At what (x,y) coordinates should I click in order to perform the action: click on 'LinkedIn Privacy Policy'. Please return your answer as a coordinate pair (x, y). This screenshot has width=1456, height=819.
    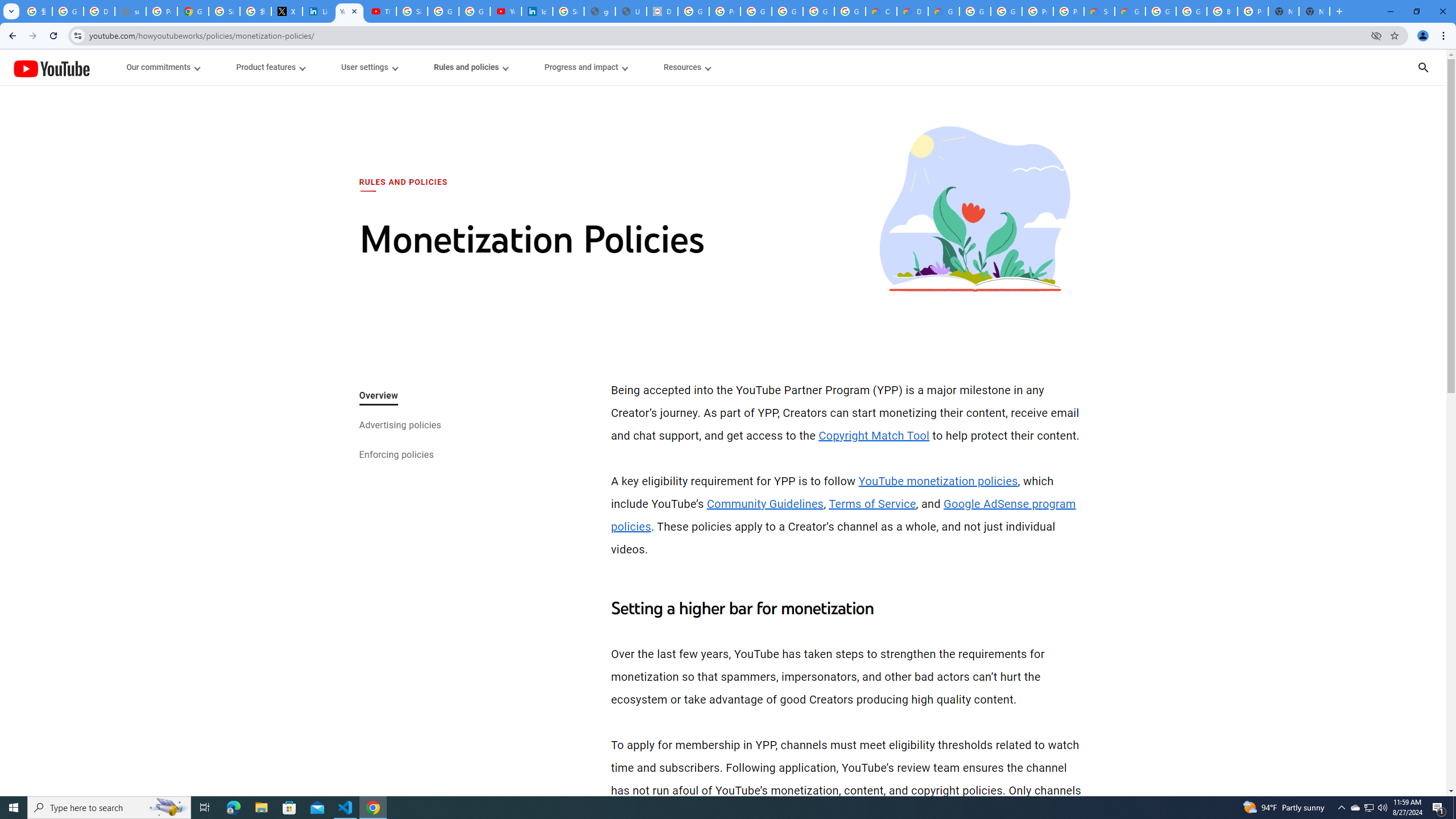
    Looking at the image, I should click on (317, 11).